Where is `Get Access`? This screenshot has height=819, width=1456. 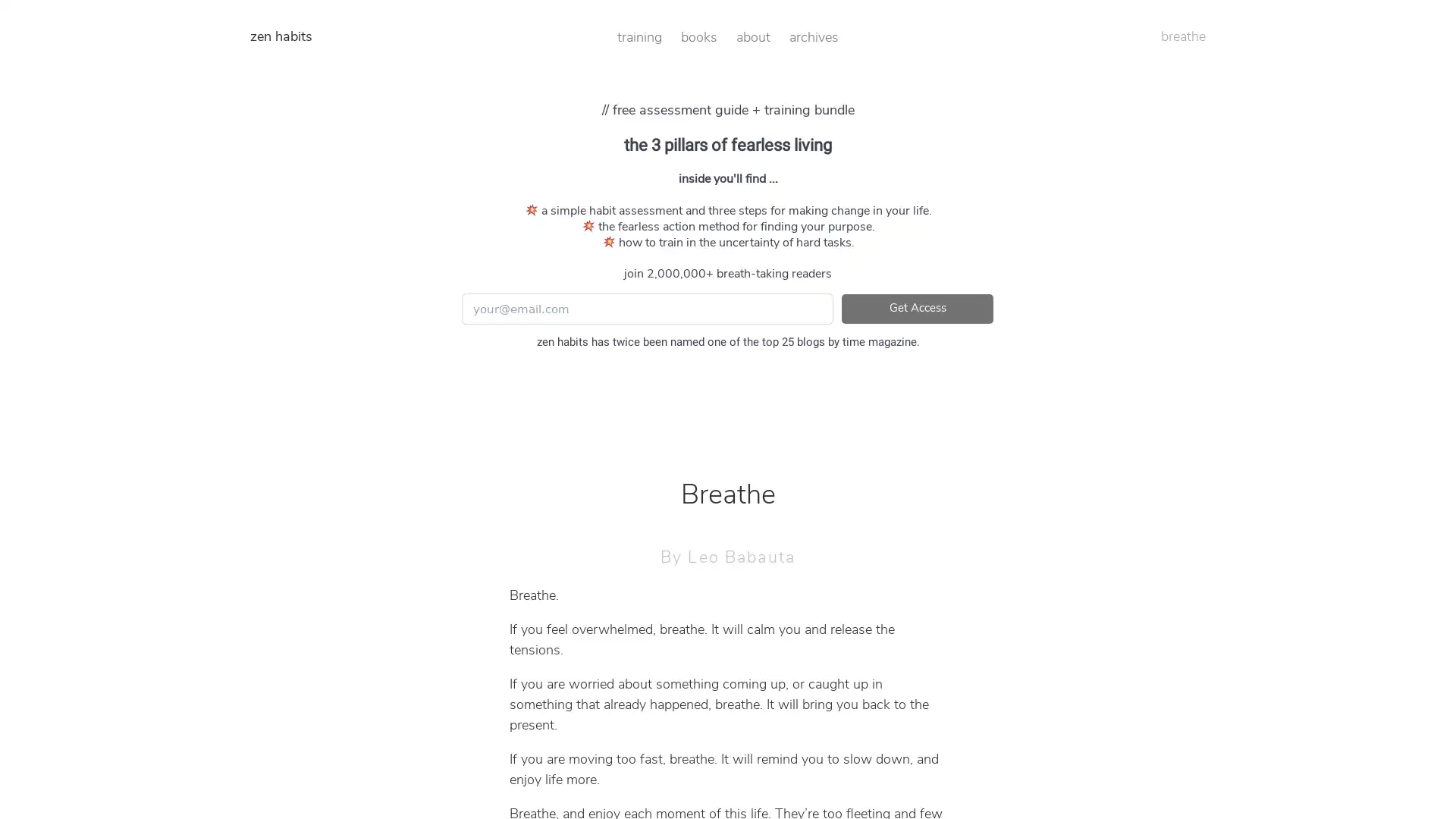 Get Access is located at coordinates (916, 308).